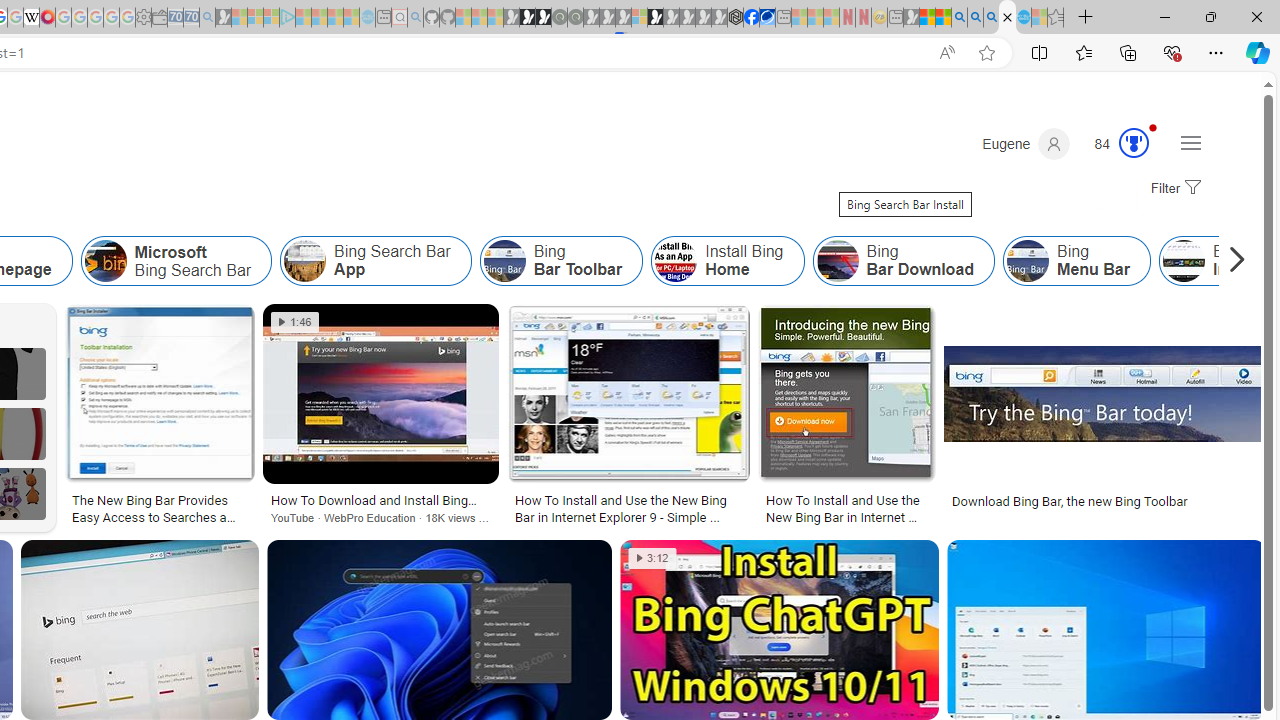 This screenshot has height=720, width=1280. What do you see at coordinates (367, 17) in the screenshot?
I see `'Home | Sky Blue Bikes - Sky Blue Bikes - Sleeping'` at bounding box center [367, 17].